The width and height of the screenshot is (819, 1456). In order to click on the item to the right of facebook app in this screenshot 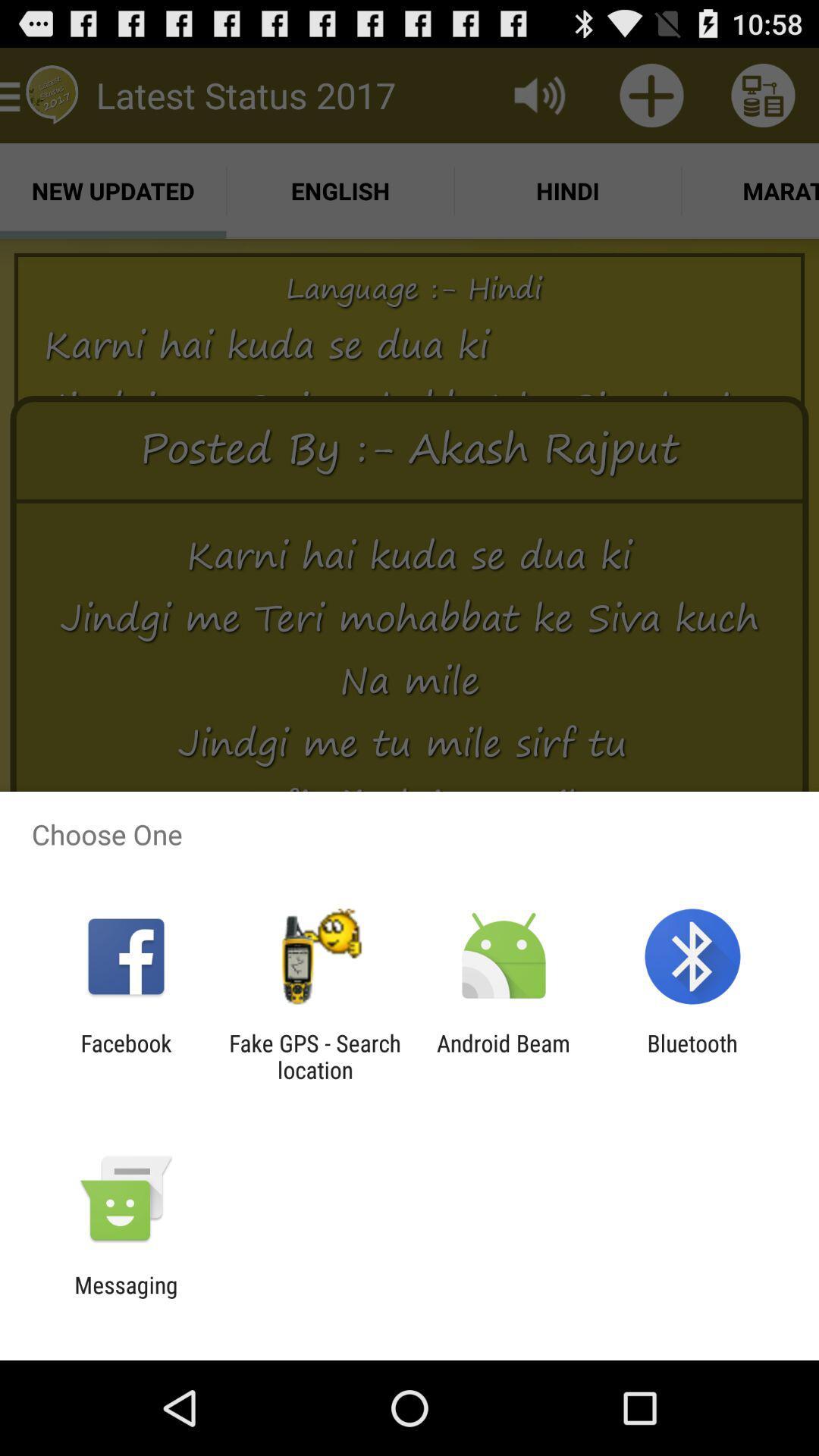, I will do `click(314, 1056)`.